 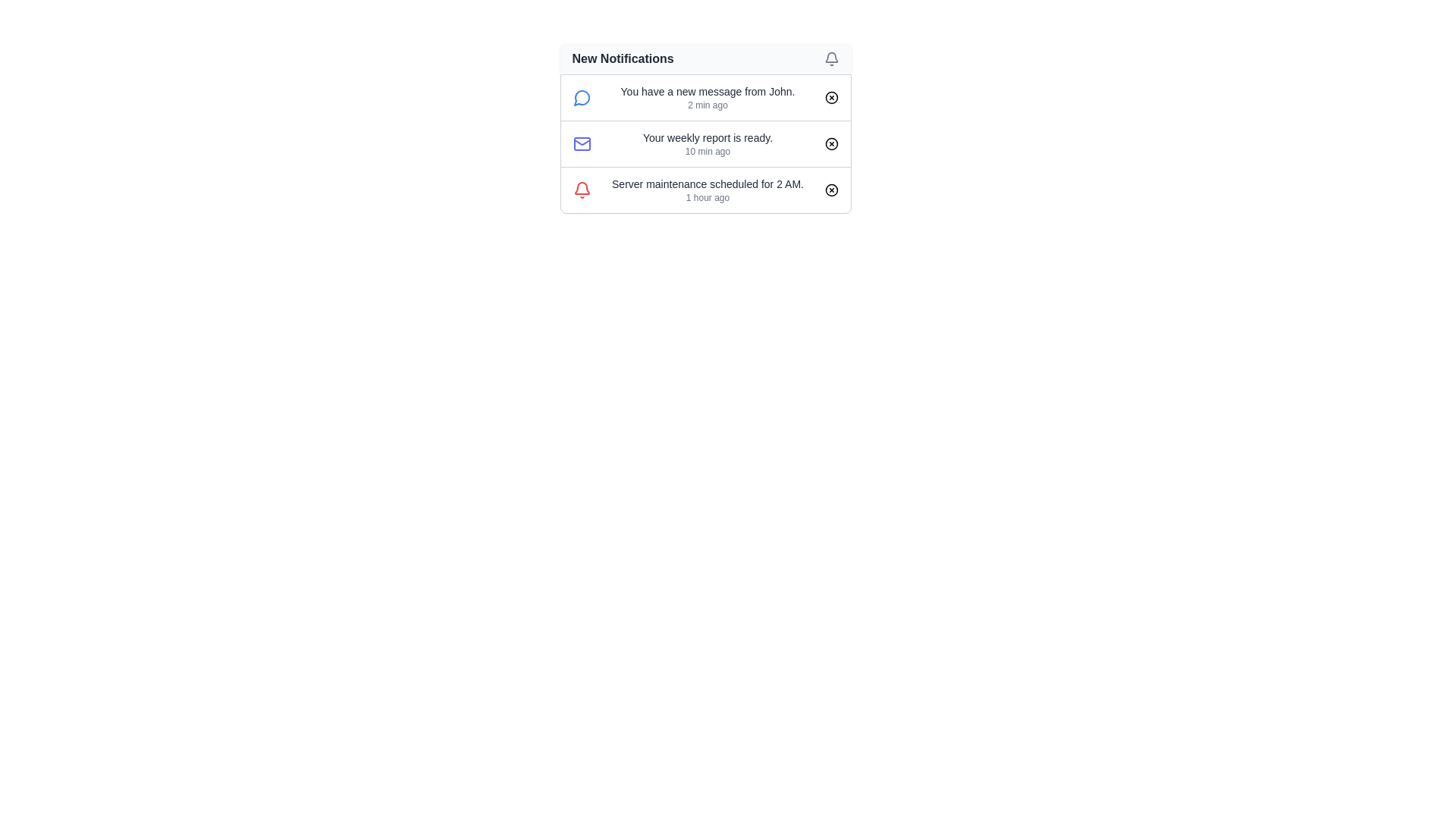 I want to click on the graphic element (circle) within the SVG icon that represents the notification action button for the second notification stating 'Your weekly report is ready.', so click(x=830, y=143).